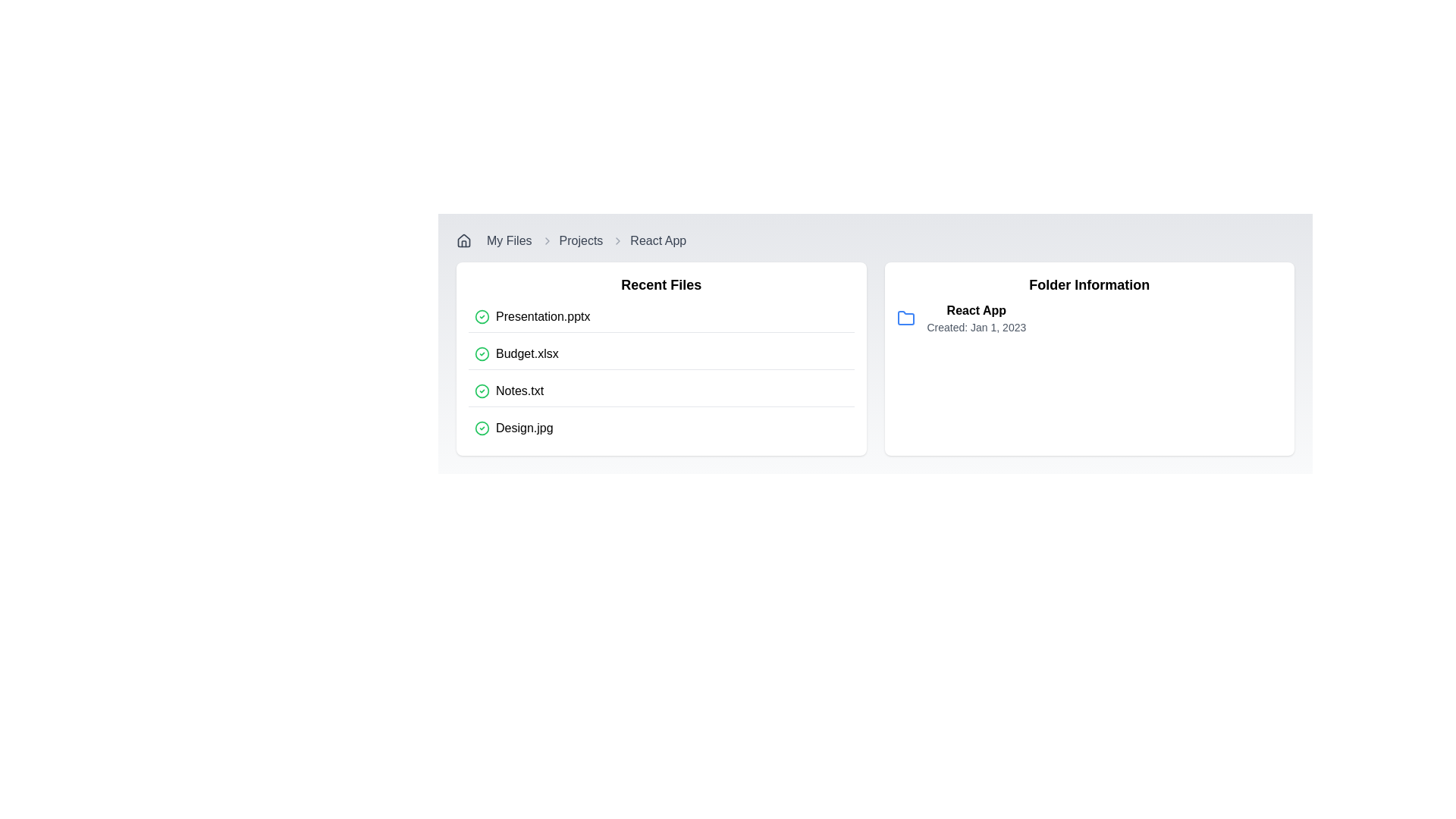  I want to click on the house icon in the navigation trail labeled 'My Files > Projects > React App', so click(463, 239).